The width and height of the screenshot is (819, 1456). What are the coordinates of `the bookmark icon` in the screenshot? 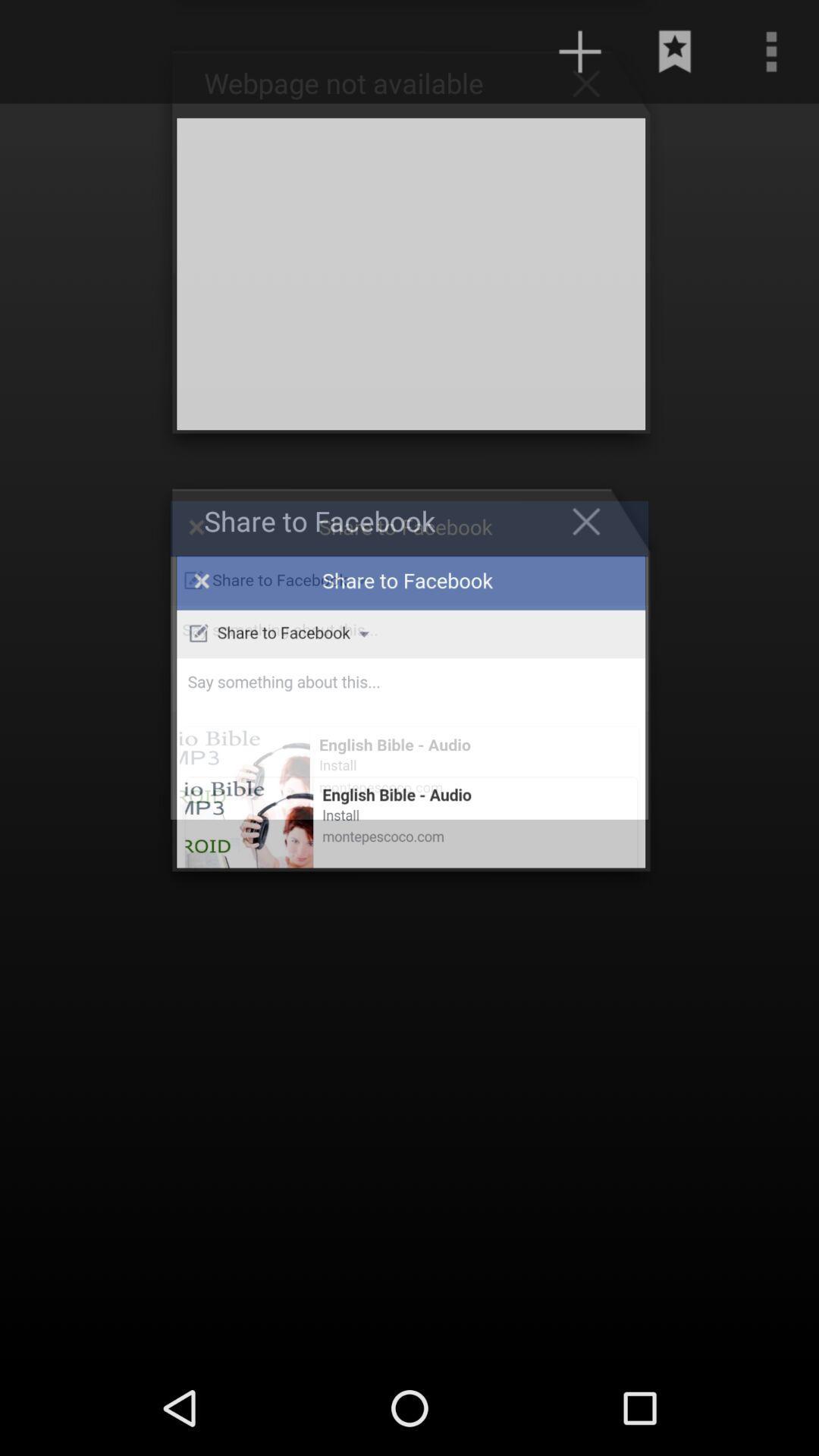 It's located at (675, 55).